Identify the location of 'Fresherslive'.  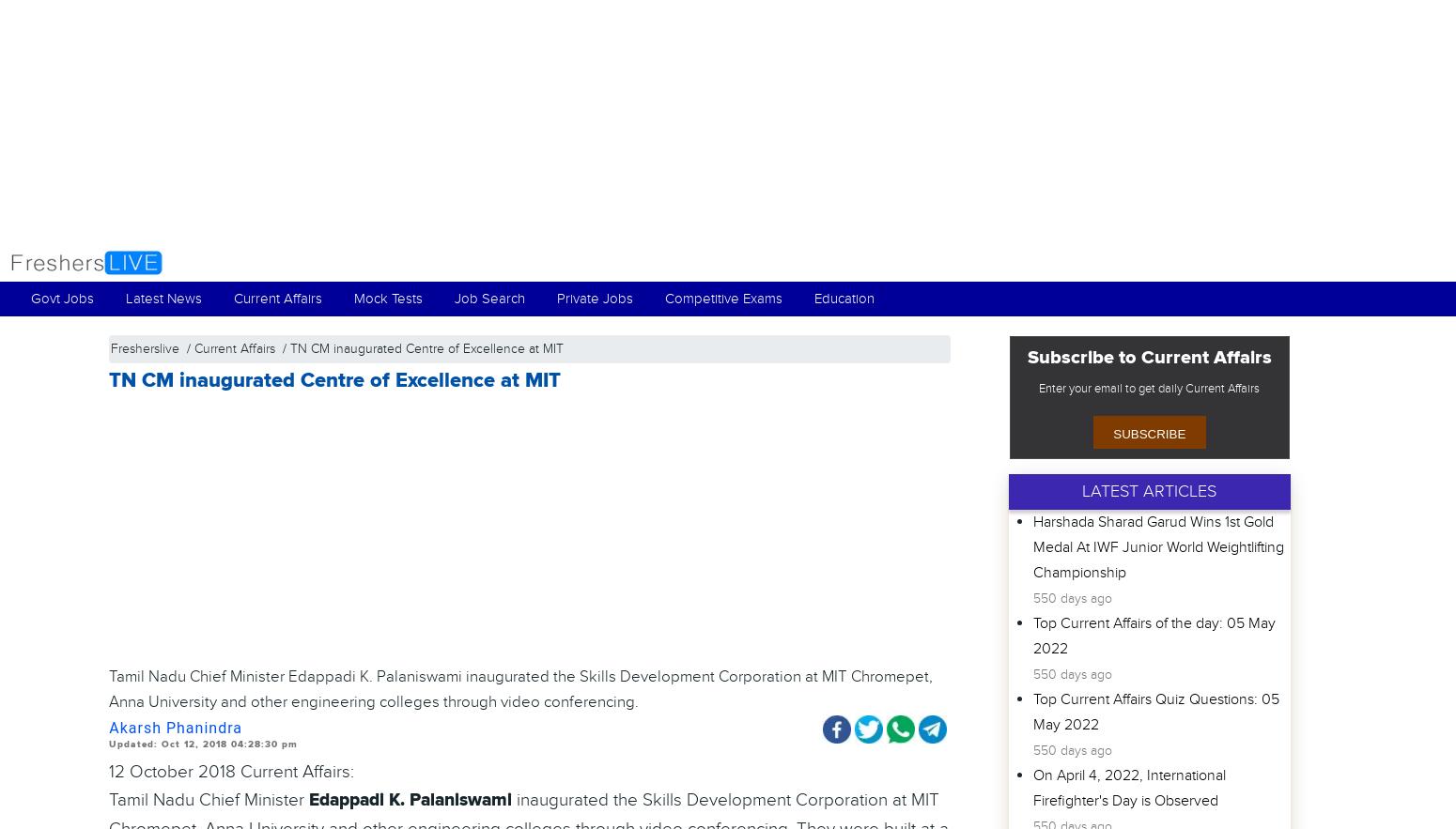
(145, 348).